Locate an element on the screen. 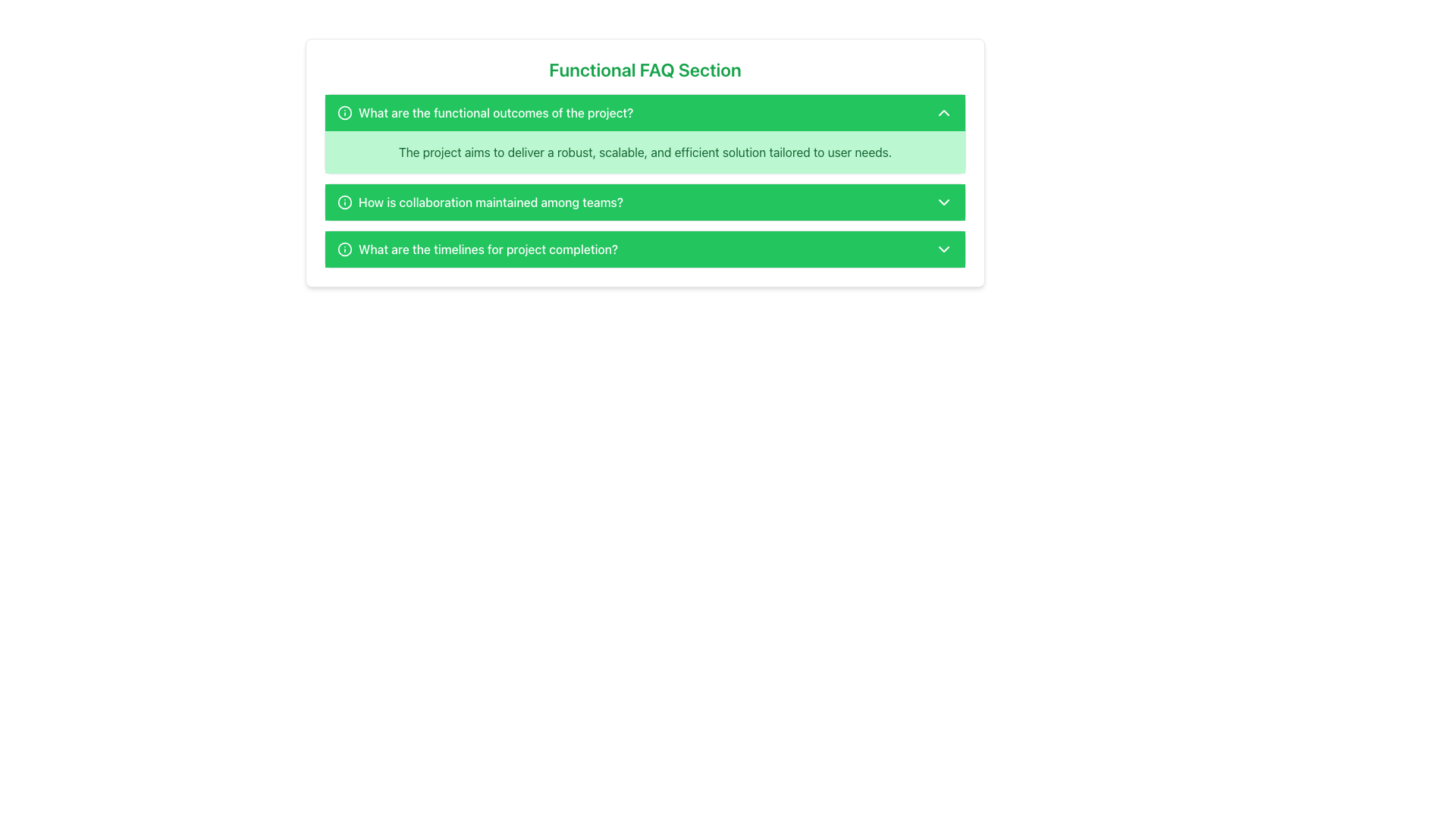 The width and height of the screenshot is (1456, 819). the first FAQ item in the Functional FAQ Section to emphasize it, utilizing hover effects if applicable is located at coordinates (645, 133).